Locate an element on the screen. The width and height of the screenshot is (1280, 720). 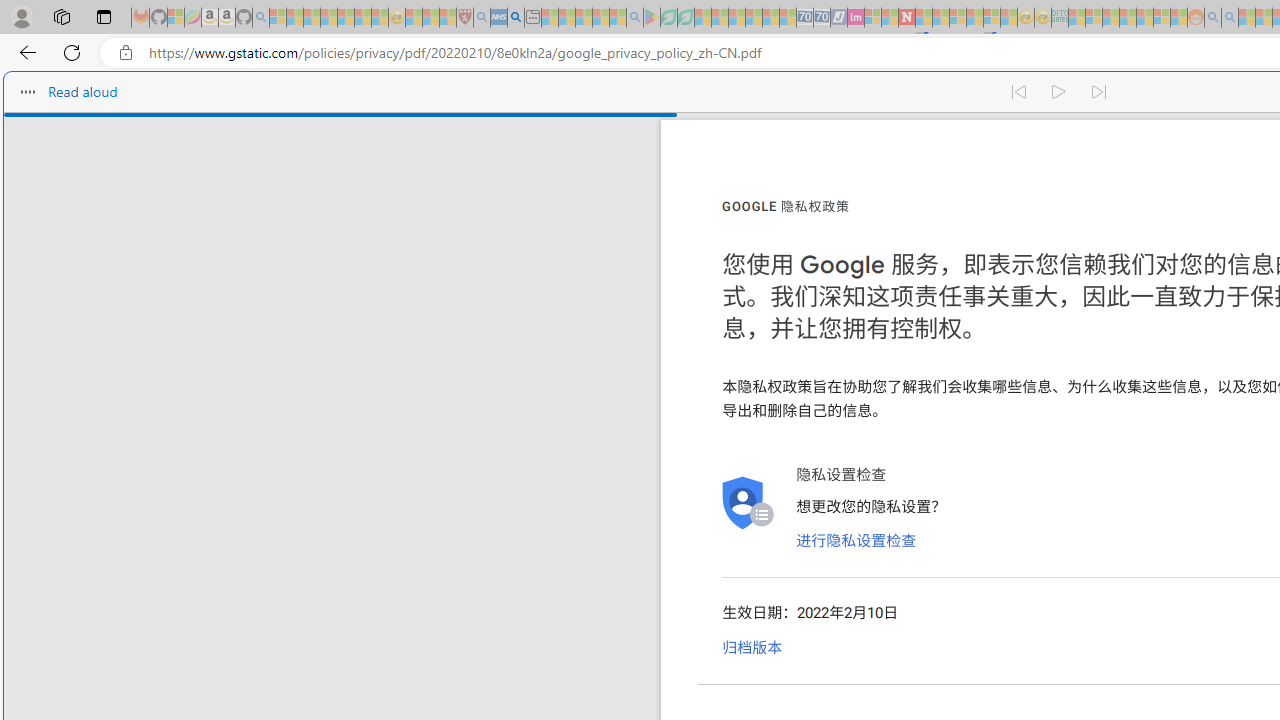
'Continue to read aloud (Ctrl+Shift+U)' is located at coordinates (1058, 92).